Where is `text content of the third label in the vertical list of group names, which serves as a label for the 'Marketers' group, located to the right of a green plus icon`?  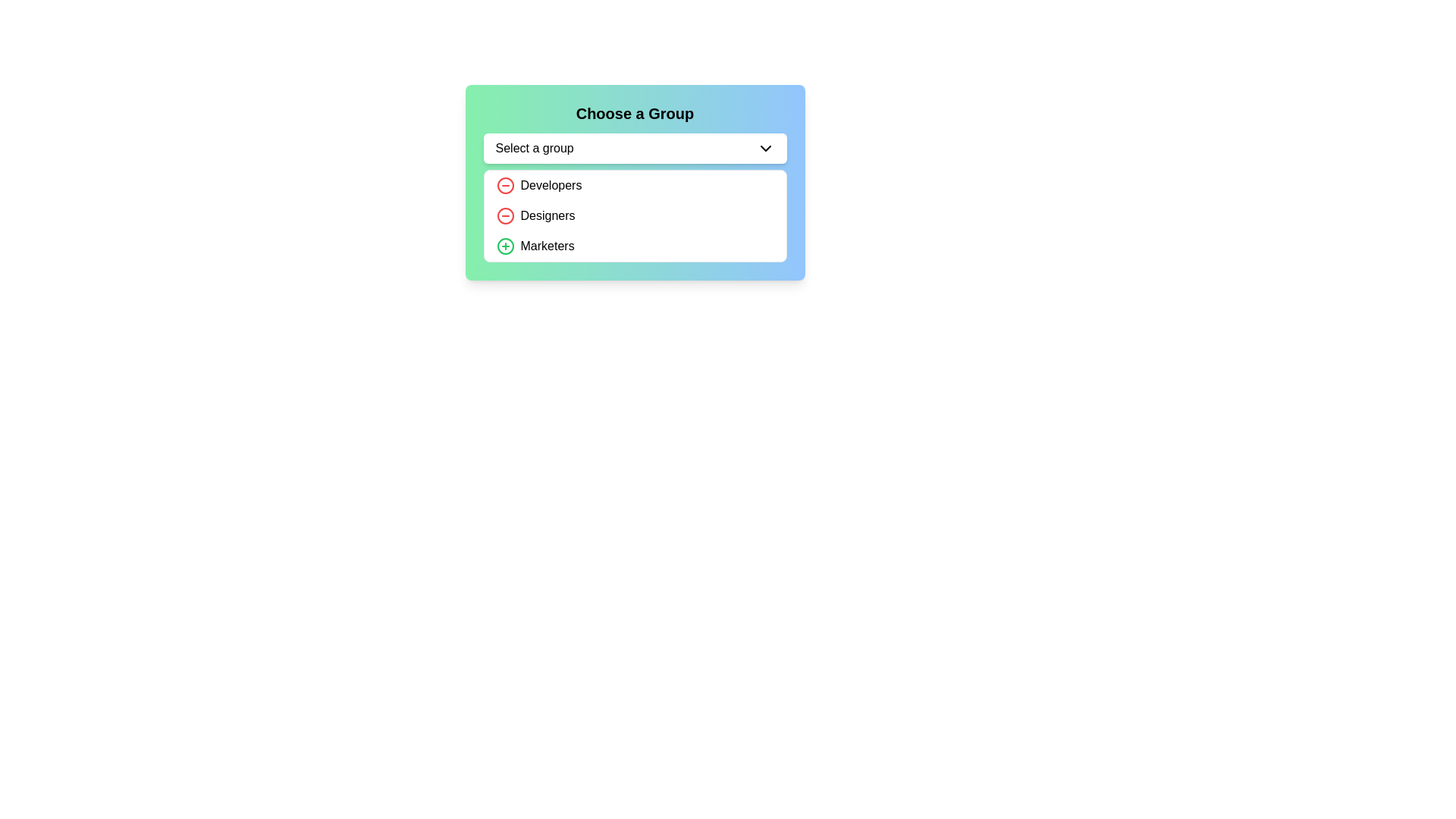
text content of the third label in the vertical list of group names, which serves as a label for the 'Marketers' group, located to the right of a green plus icon is located at coordinates (547, 245).